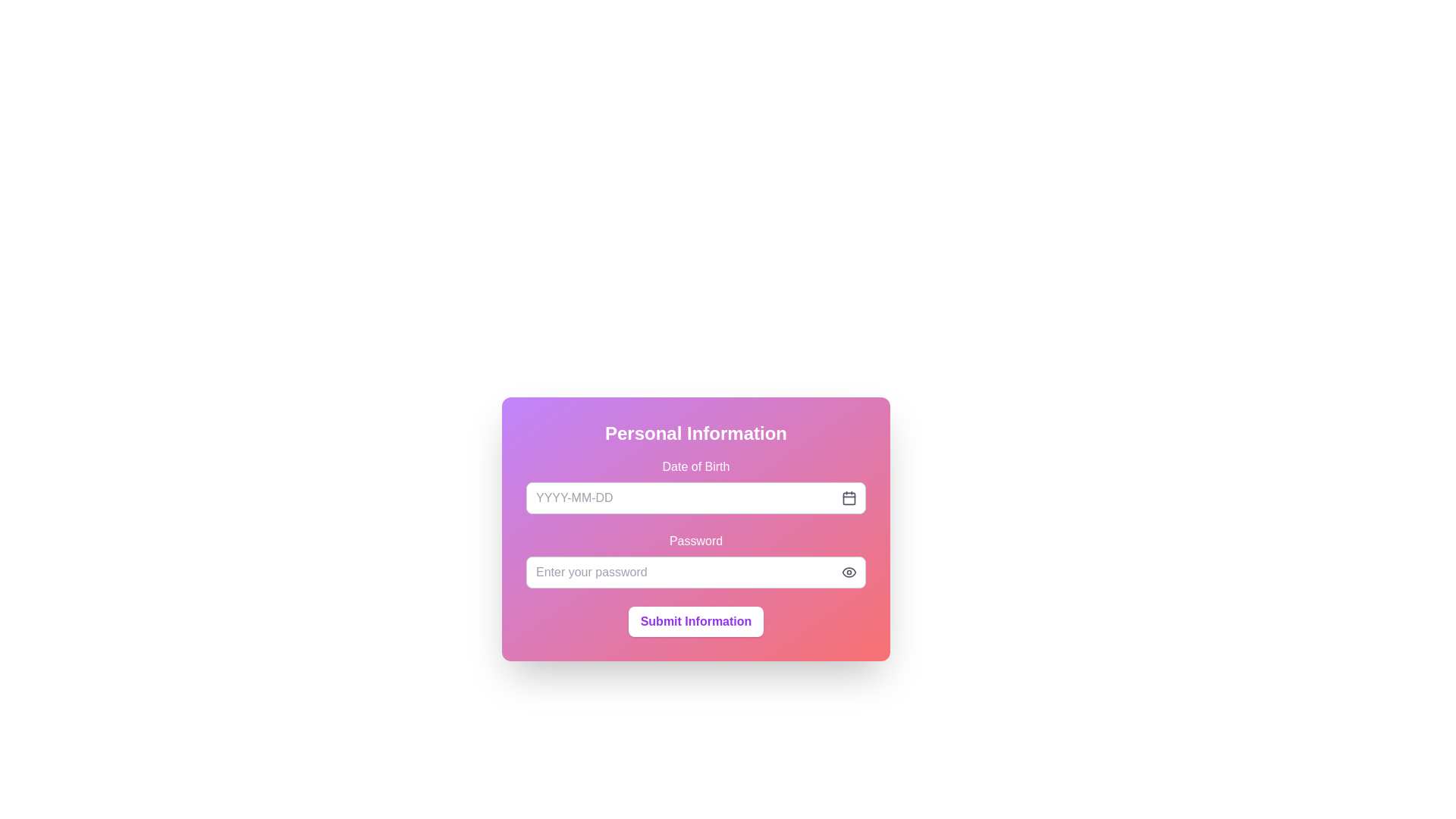  What do you see at coordinates (848, 573) in the screenshot?
I see `the input field associated with the eye-shaped icon used to toggle password visibility` at bounding box center [848, 573].